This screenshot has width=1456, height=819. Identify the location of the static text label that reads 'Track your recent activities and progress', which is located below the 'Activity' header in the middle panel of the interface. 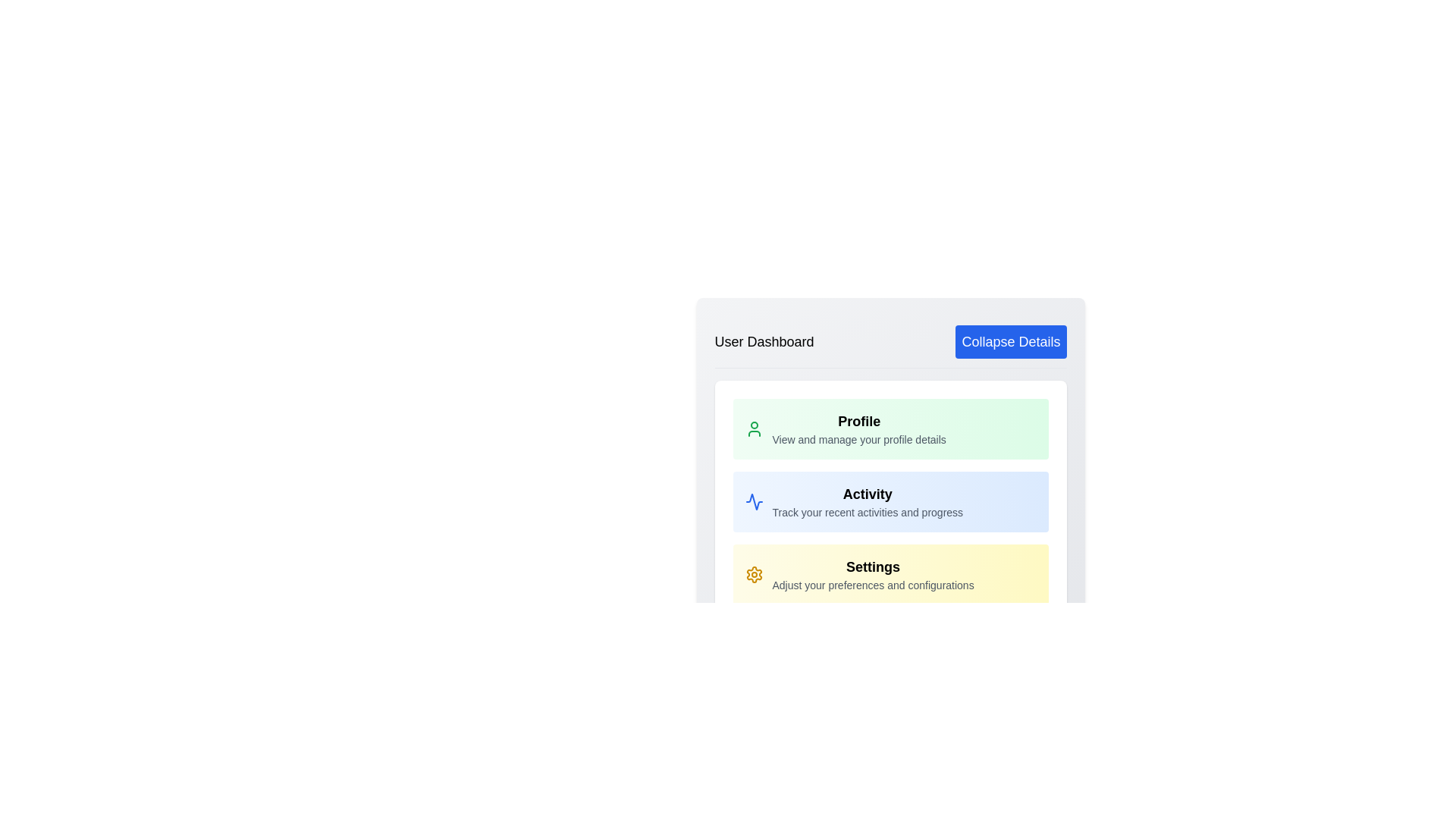
(868, 512).